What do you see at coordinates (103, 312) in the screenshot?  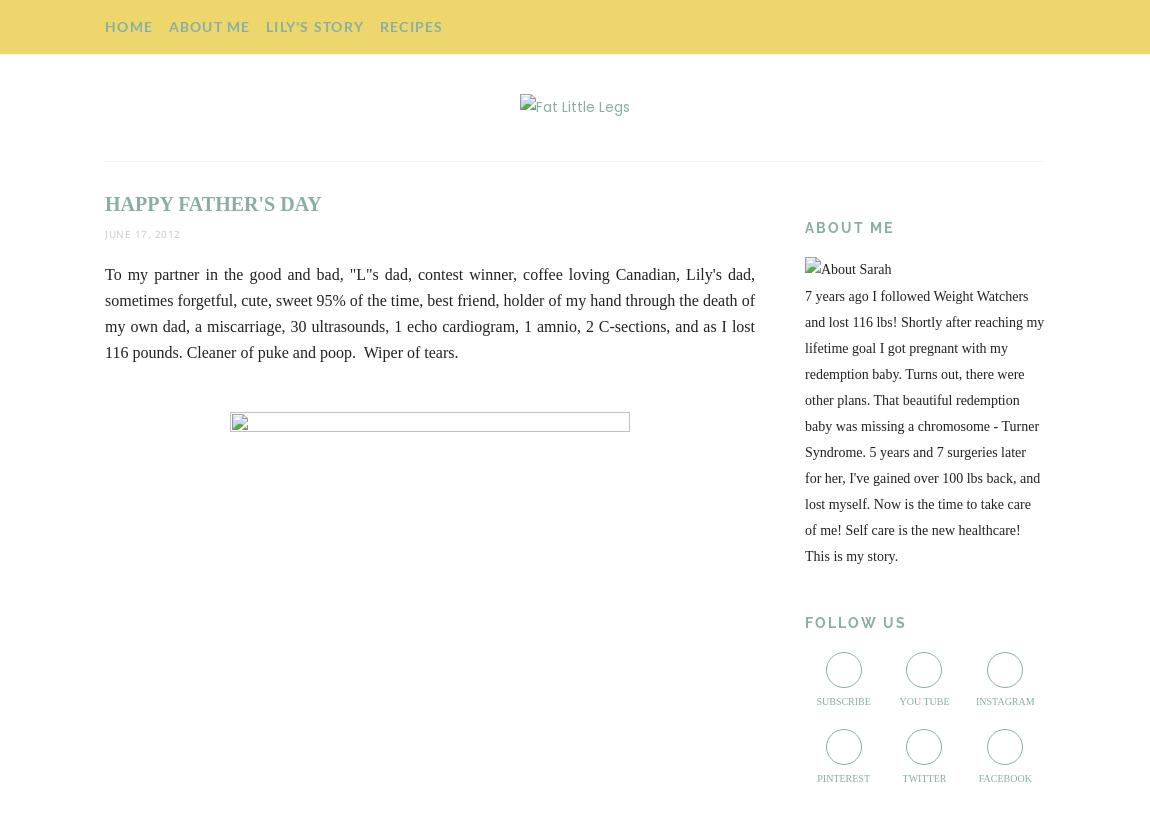 I see `'To my partner in the good and bad, "L"s dad, contest winner, coffee loving Canadian, Lily's dad, sometimes forgetful, cute, sweet 95% of the time, best friend, holder of my hand through the death of my own dad, a miscarriage, 30 ultrasounds, 1 echo cardiogram, 1 amnio, 2 C-sections, and as I lost 116 pounds. Cleaner of puke and poop.  Wiper of tears.'` at bounding box center [103, 312].